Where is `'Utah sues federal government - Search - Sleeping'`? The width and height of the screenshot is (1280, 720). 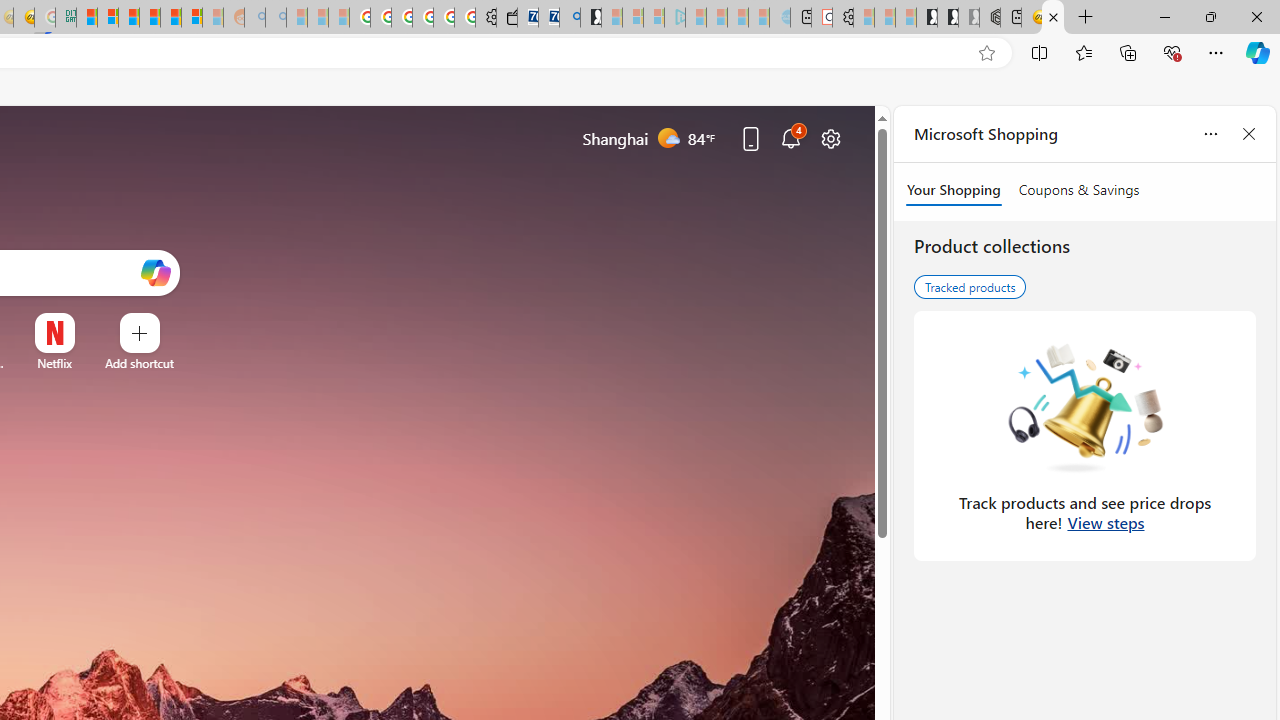 'Utah sues federal government - Search - Sleeping' is located at coordinates (274, 17).